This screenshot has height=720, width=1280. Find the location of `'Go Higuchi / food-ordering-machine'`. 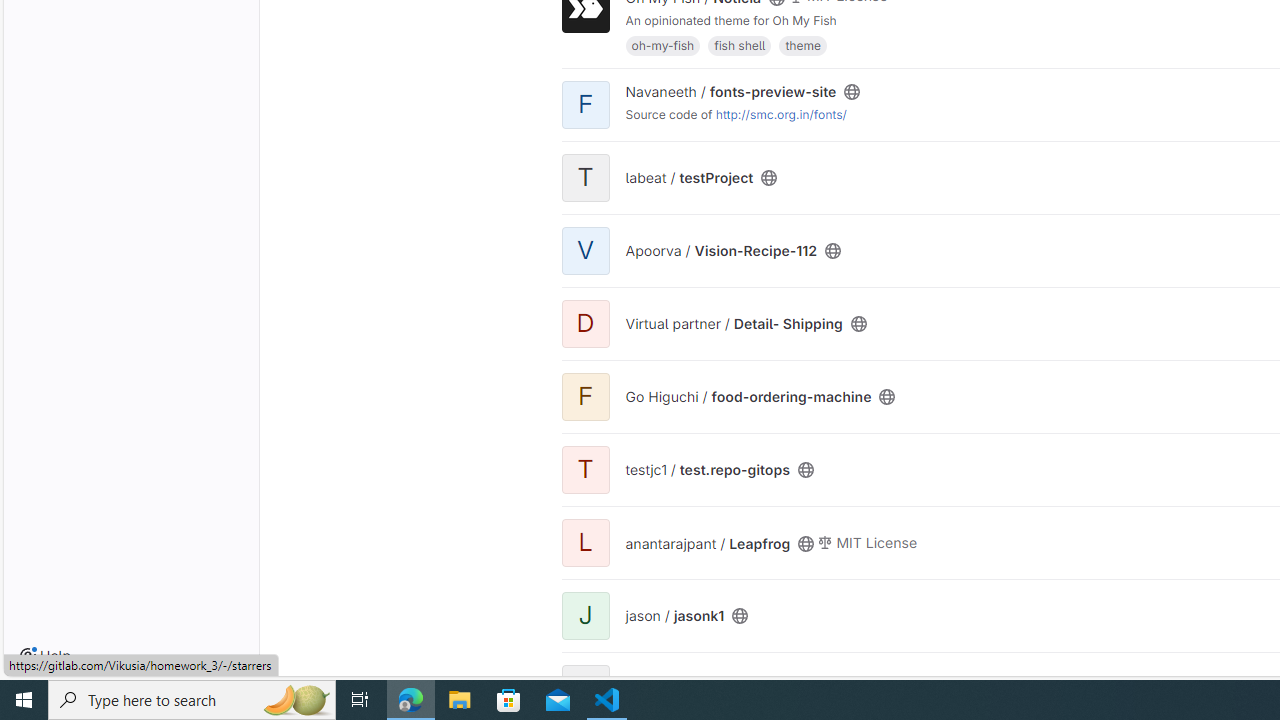

'Go Higuchi / food-ordering-machine' is located at coordinates (747, 397).